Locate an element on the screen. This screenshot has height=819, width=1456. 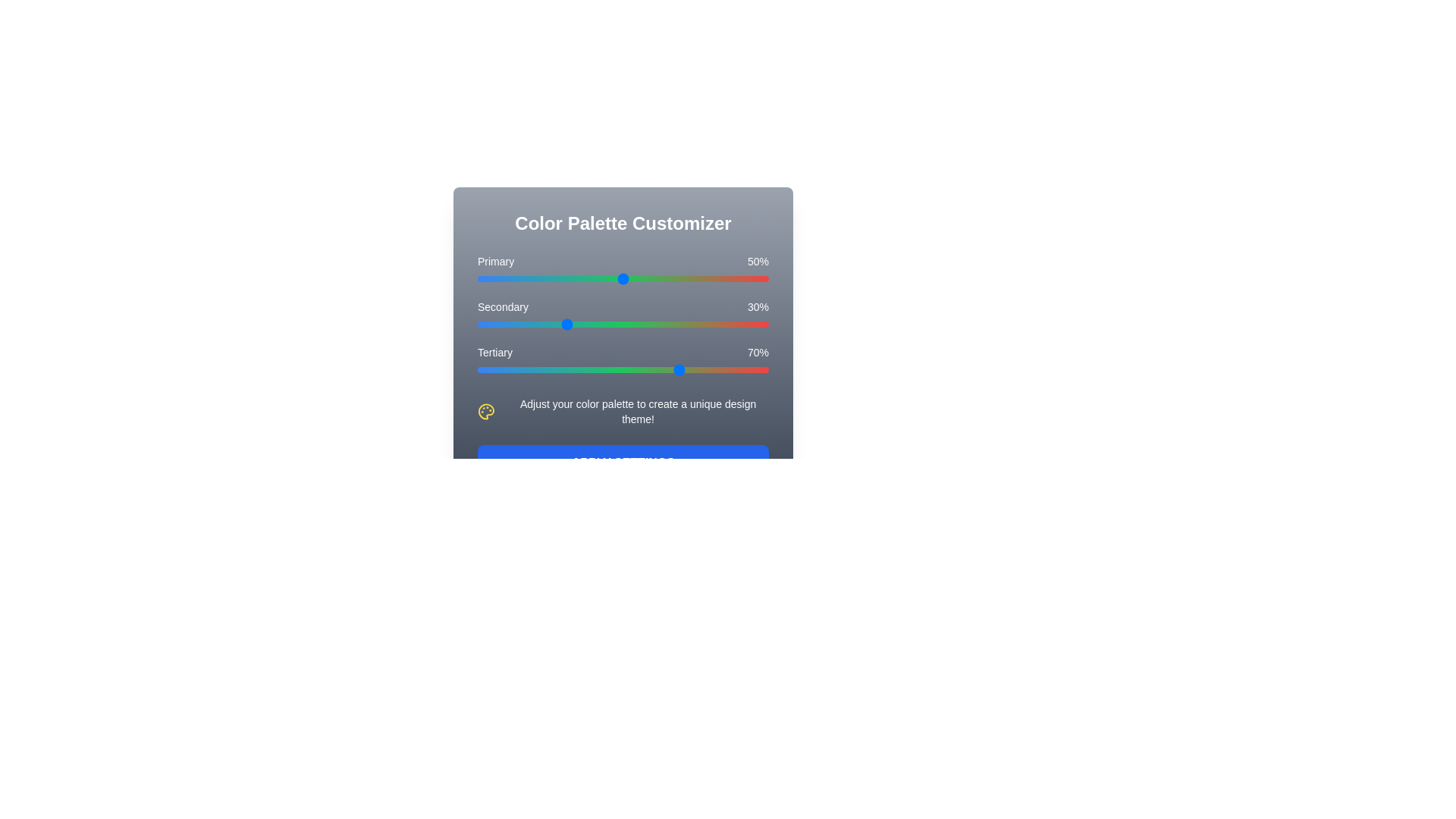
the primary color intensity is located at coordinates (632, 278).